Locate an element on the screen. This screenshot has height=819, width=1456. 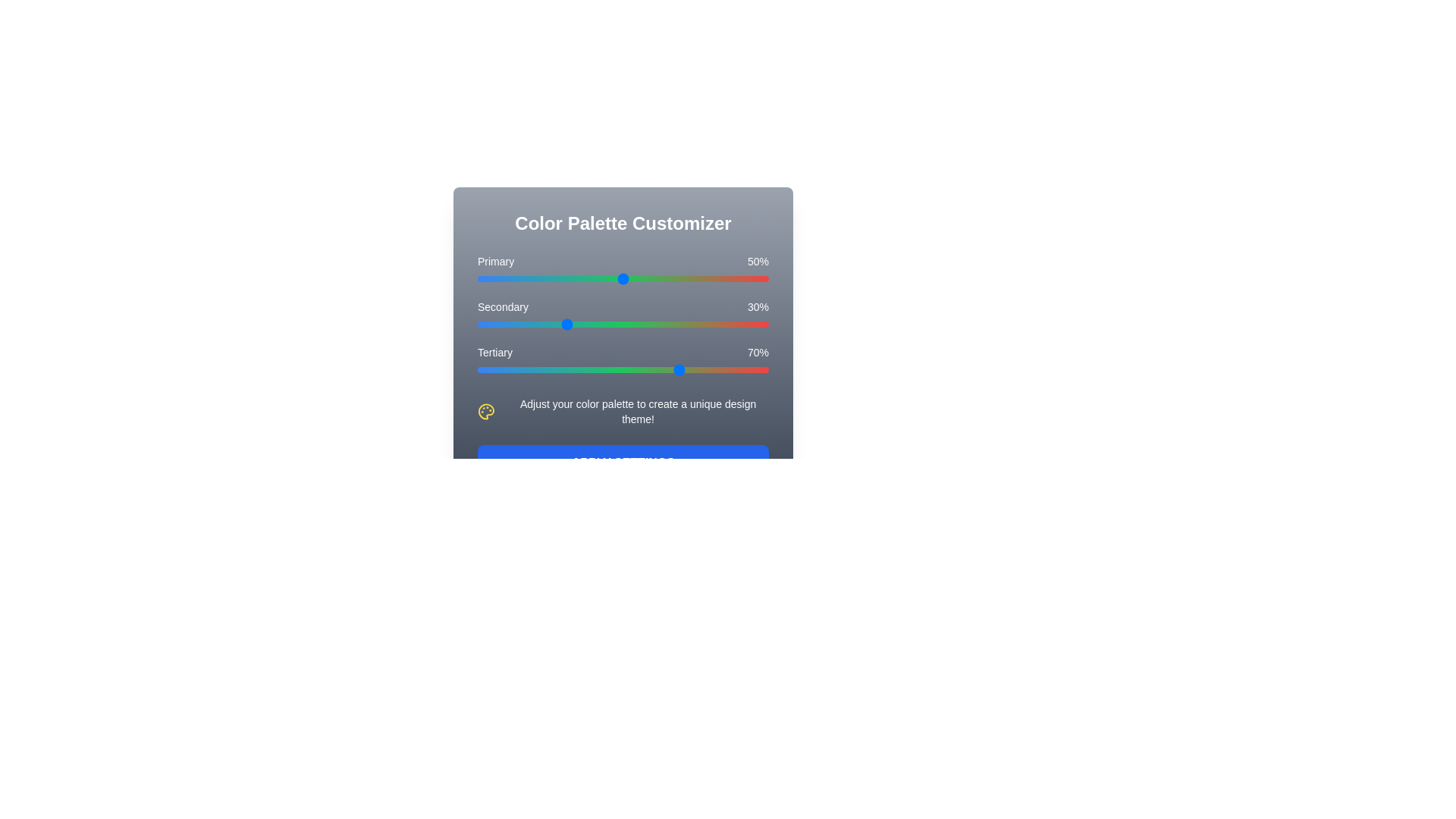
the primary color intensity is located at coordinates (632, 278).